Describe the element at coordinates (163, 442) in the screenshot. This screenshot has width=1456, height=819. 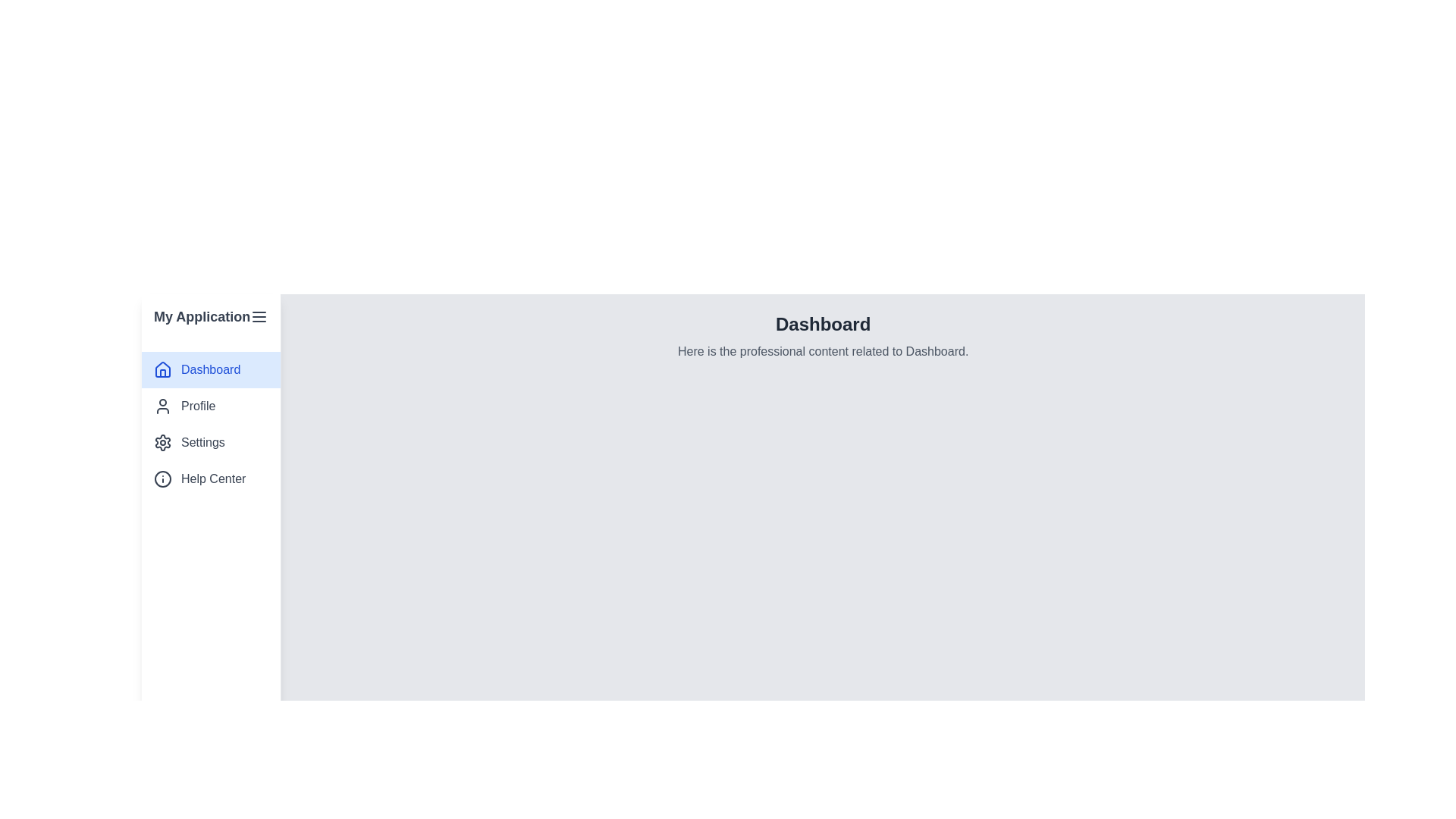
I see `the gear-shaped icon located in the navigation sidebar under the 'Settings' label` at that location.